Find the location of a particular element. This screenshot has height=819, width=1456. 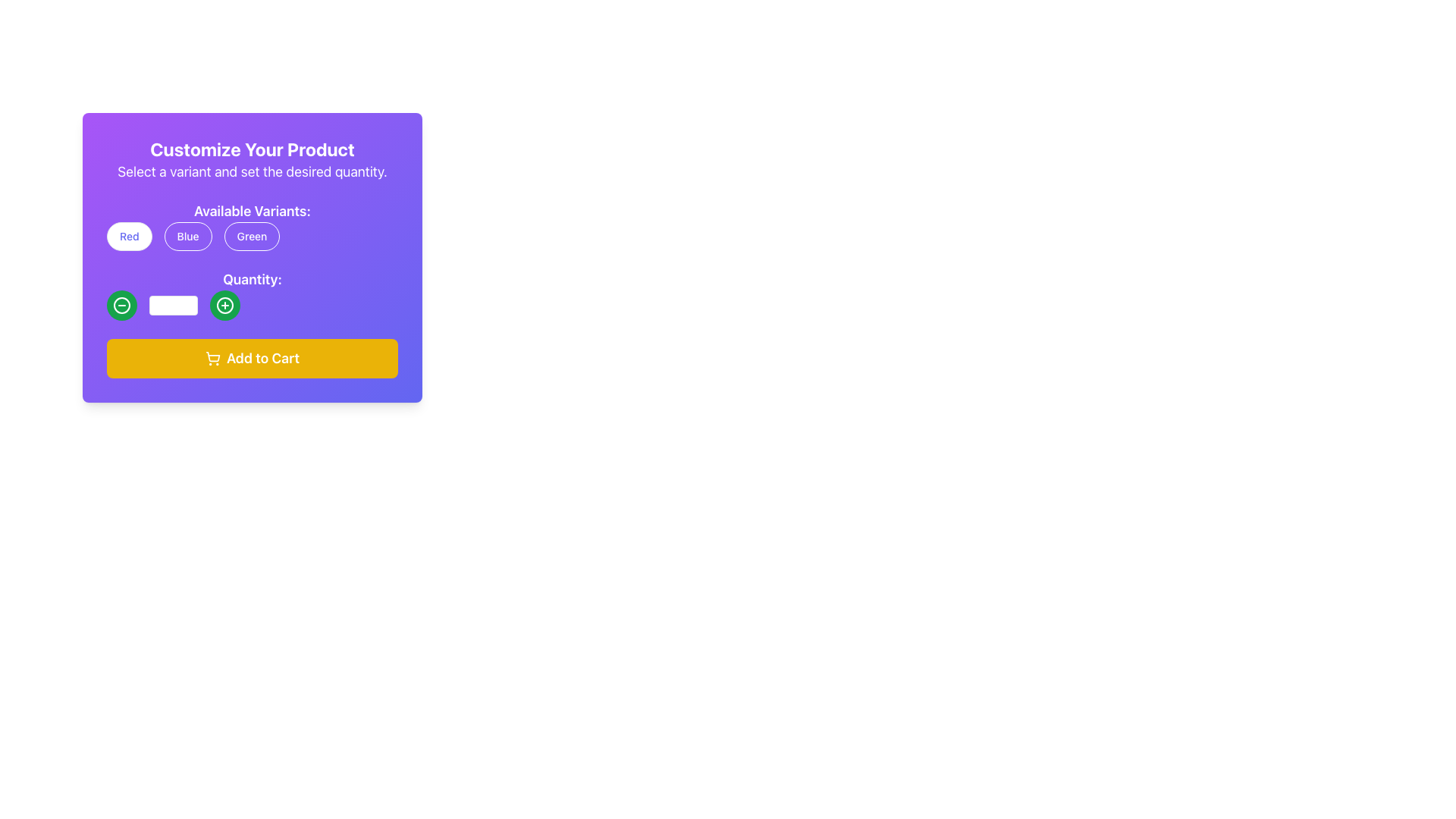

the third button labeled 'Green' in the row of variant selection buttons located below the heading 'Available Variants:' on the purple panel is located at coordinates (252, 237).